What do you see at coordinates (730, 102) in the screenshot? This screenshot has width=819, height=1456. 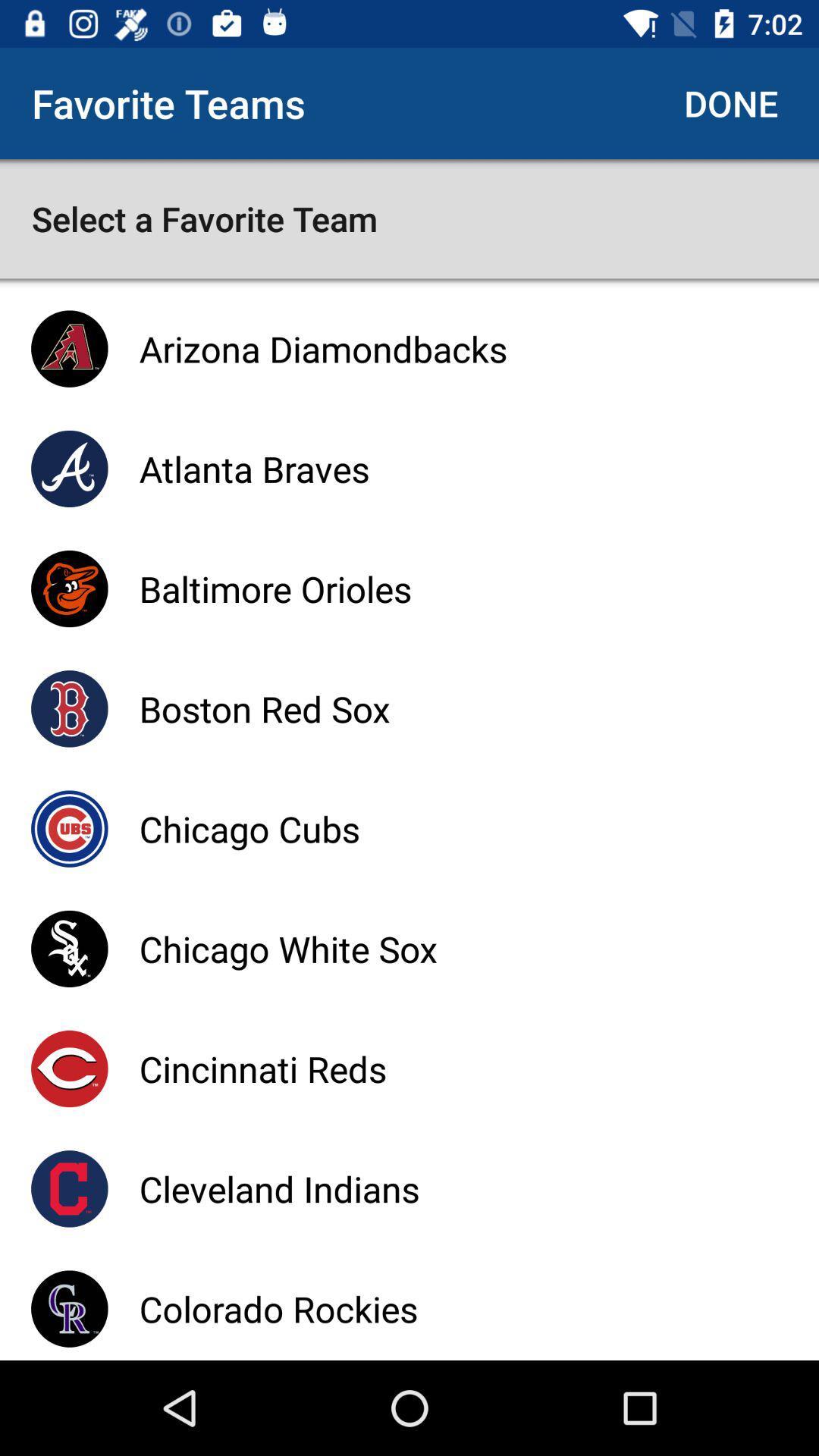 I see `item to the right of the favorite teams icon` at bounding box center [730, 102].